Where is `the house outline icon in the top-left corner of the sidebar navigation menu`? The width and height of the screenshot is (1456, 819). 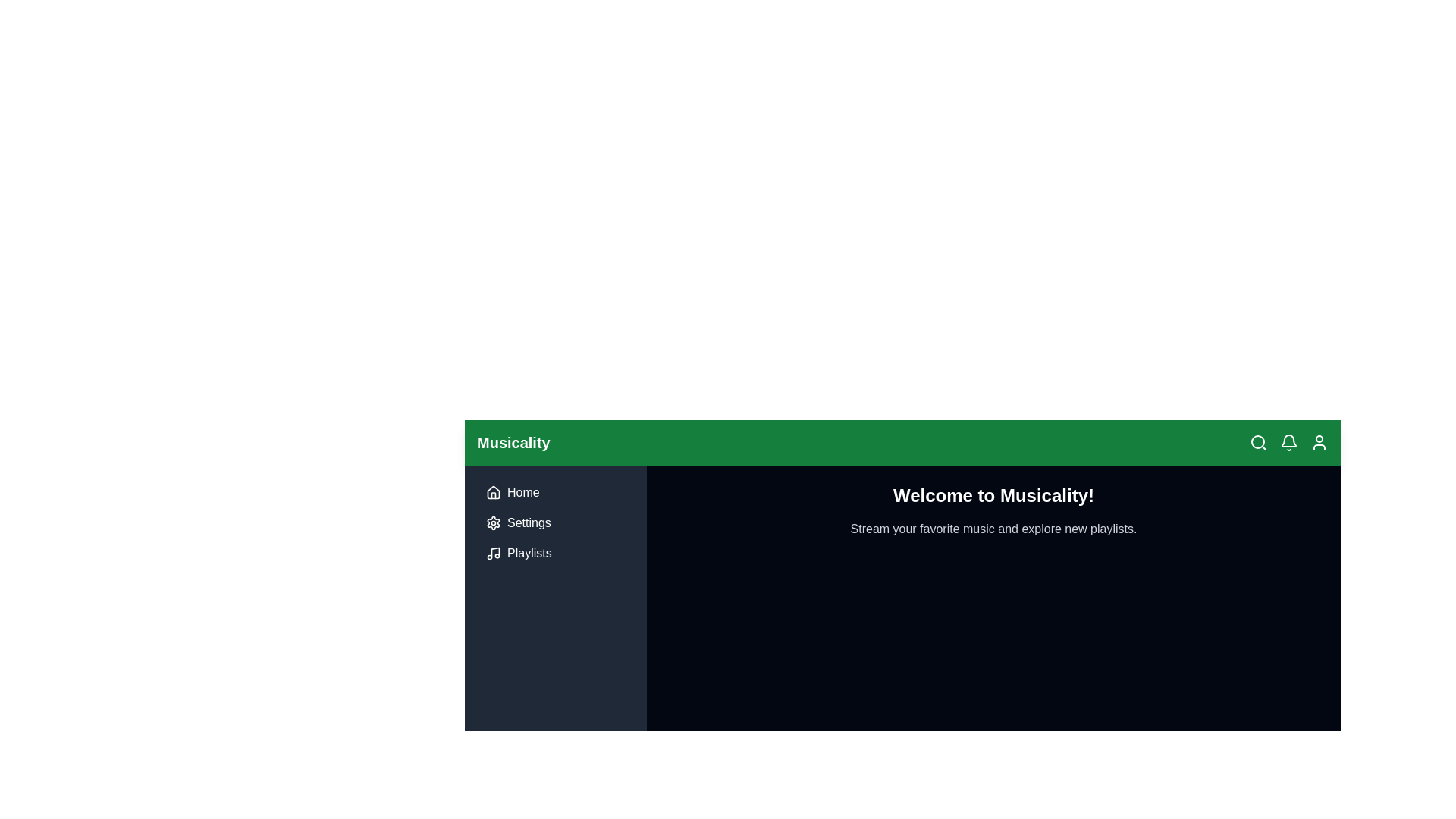
the house outline icon in the top-left corner of the sidebar navigation menu is located at coordinates (494, 491).